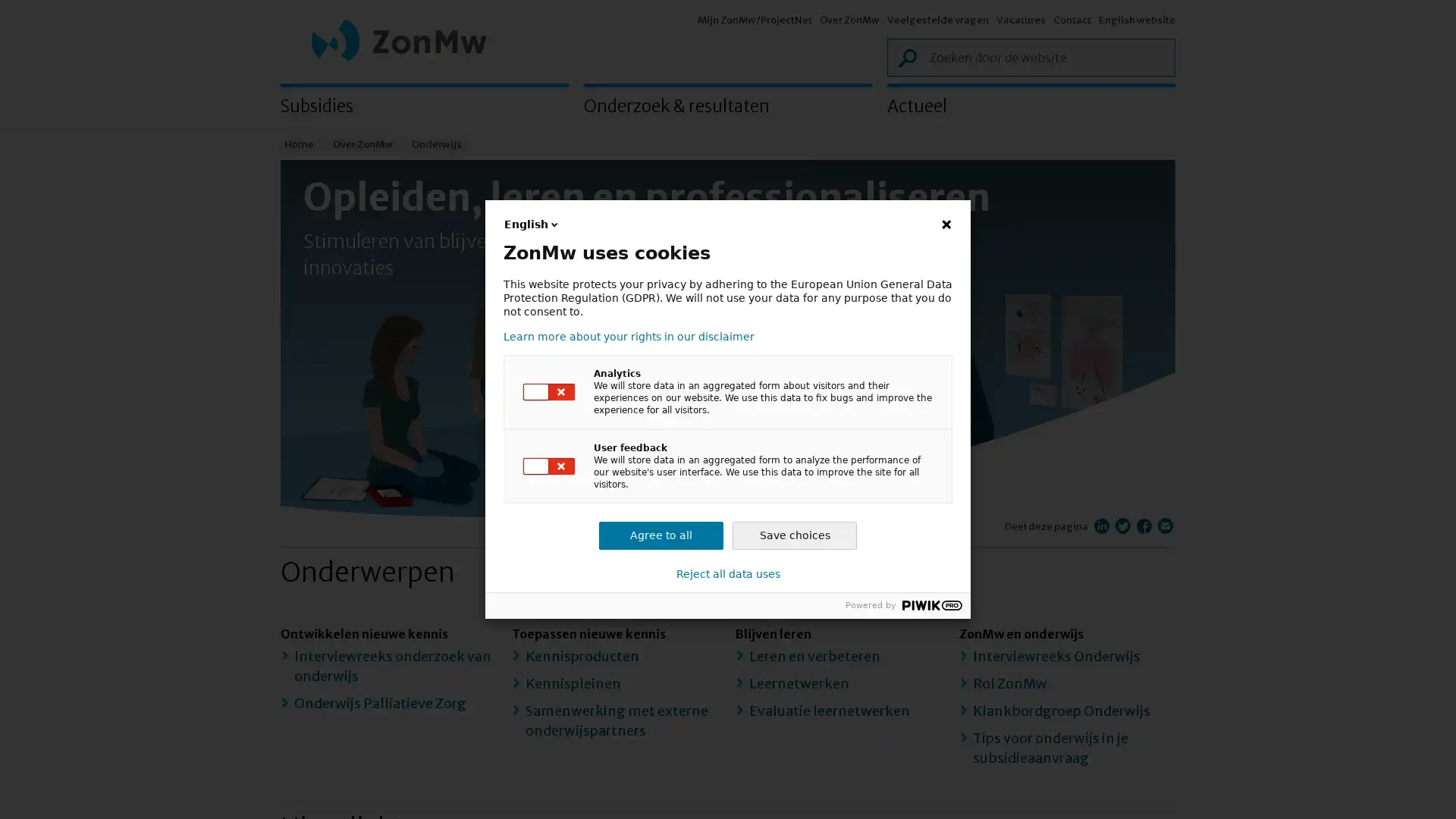 Image resolution: width=1456 pixels, height=819 pixels. What do you see at coordinates (1165, 57) in the screenshot?
I see `Zoek` at bounding box center [1165, 57].